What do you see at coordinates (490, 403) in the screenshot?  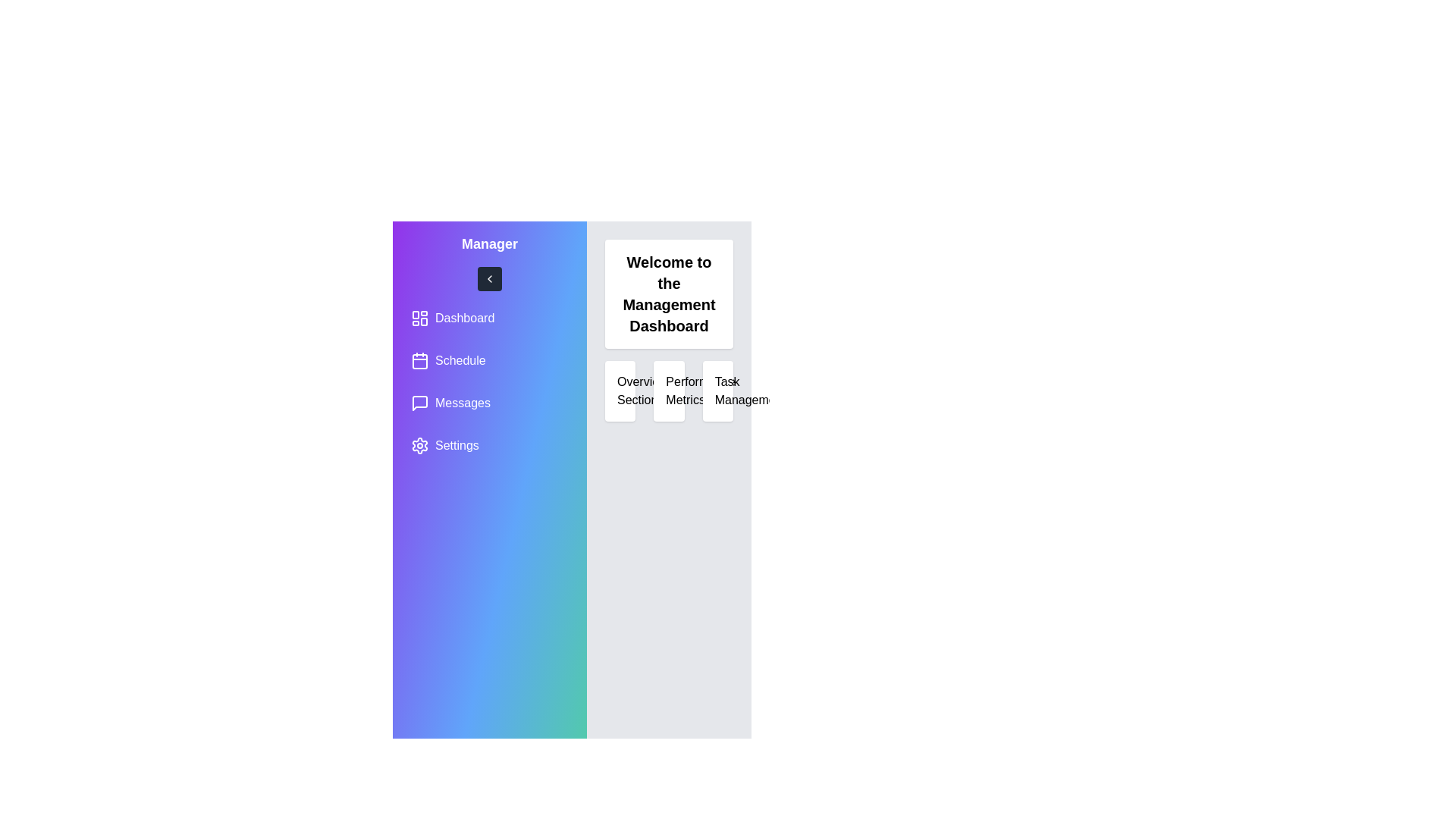 I see `the 'Messages' navigation button located in the vertical sidebar menu, which is the third item following 'Dashboard' and 'Schedule'` at bounding box center [490, 403].